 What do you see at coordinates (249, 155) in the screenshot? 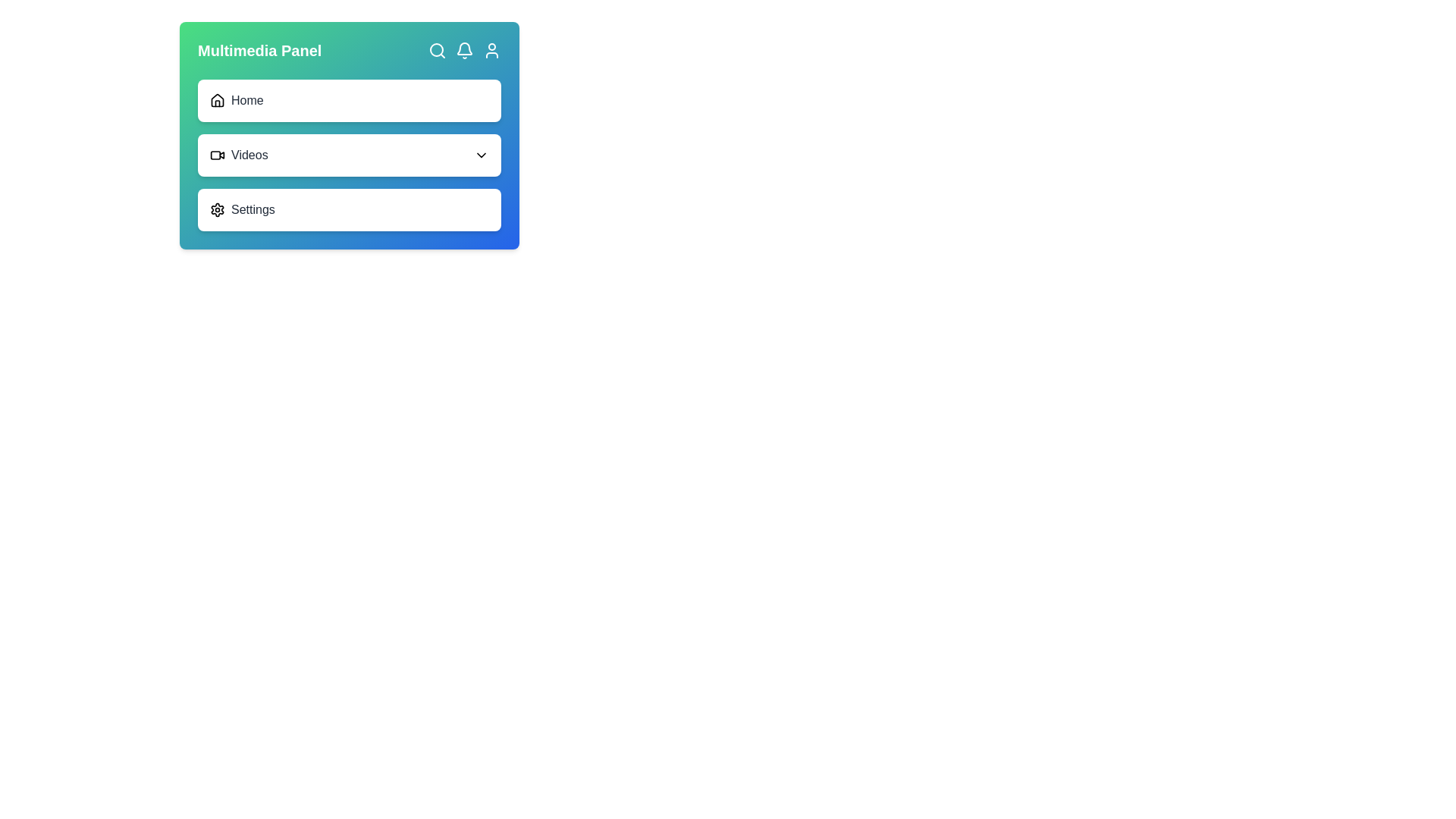
I see `the 'Videos' static text label in the menu to potentially reveal more information or visual feedback` at bounding box center [249, 155].